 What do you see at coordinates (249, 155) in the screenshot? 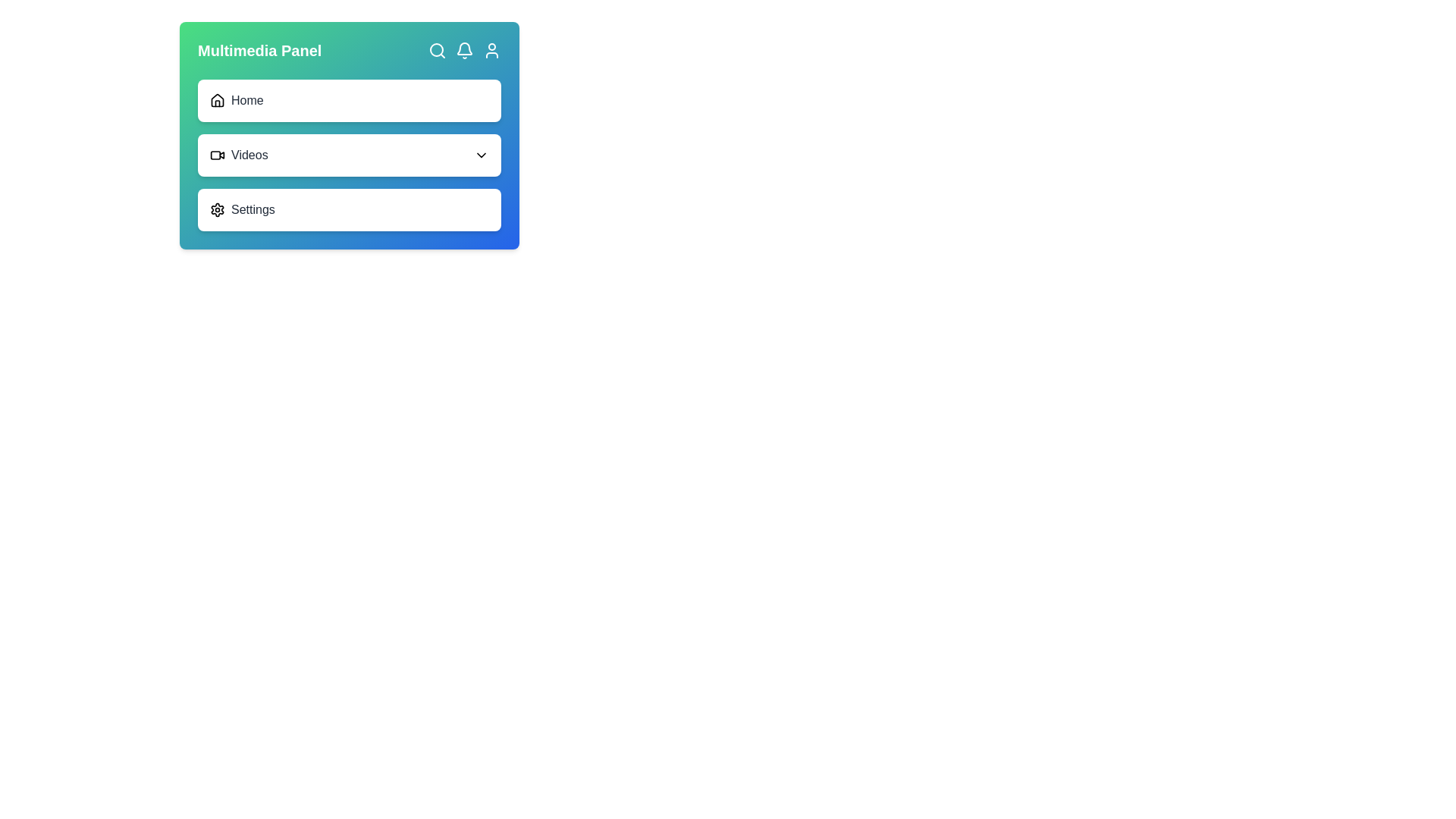
I see `the 'Videos' static text label in the menu to potentially reveal more information or visual feedback` at bounding box center [249, 155].